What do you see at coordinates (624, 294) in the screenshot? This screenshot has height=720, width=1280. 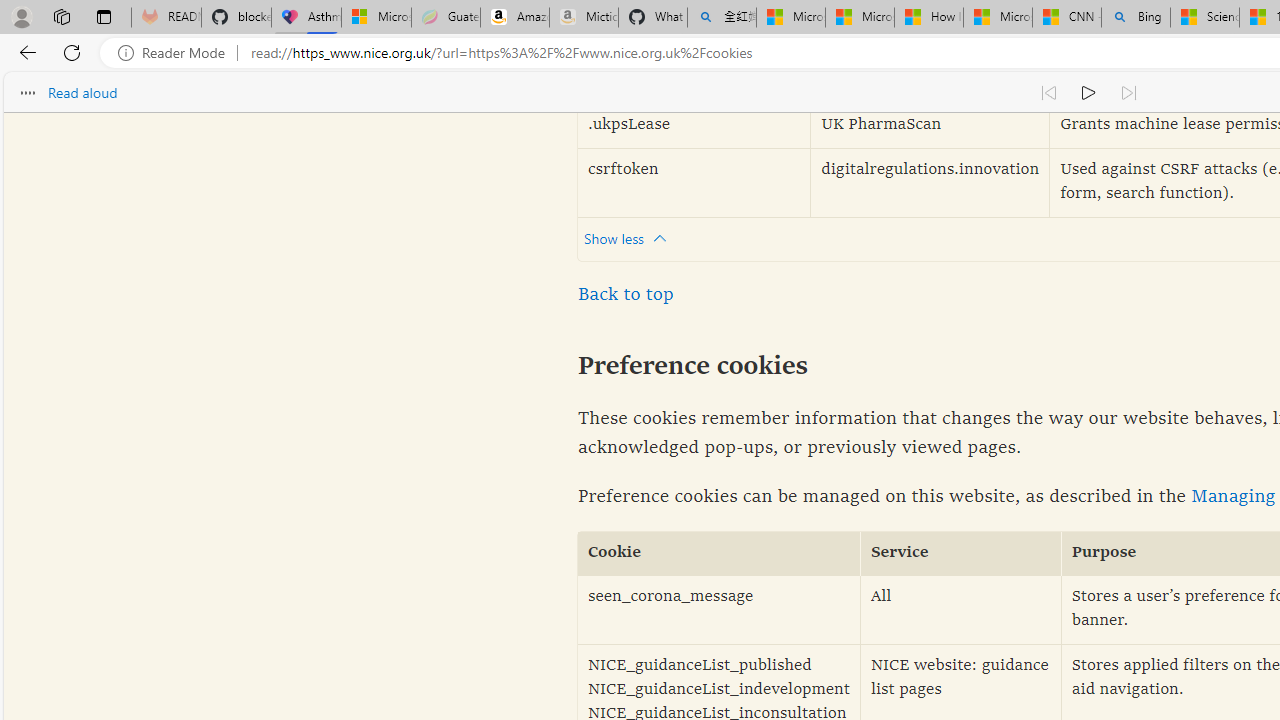 I see `'Back to top'` at bounding box center [624, 294].